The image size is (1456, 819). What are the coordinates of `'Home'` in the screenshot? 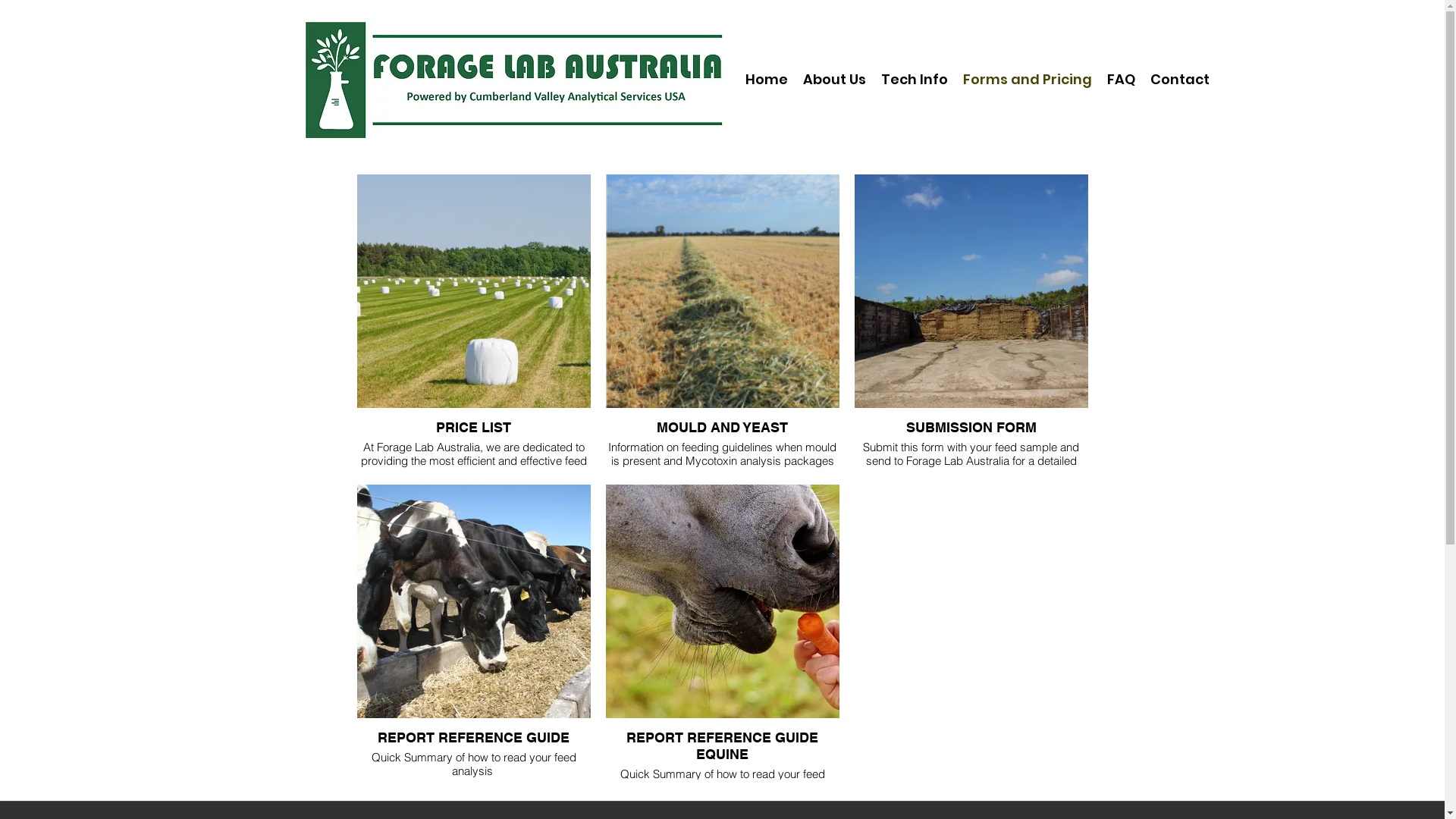 It's located at (765, 79).